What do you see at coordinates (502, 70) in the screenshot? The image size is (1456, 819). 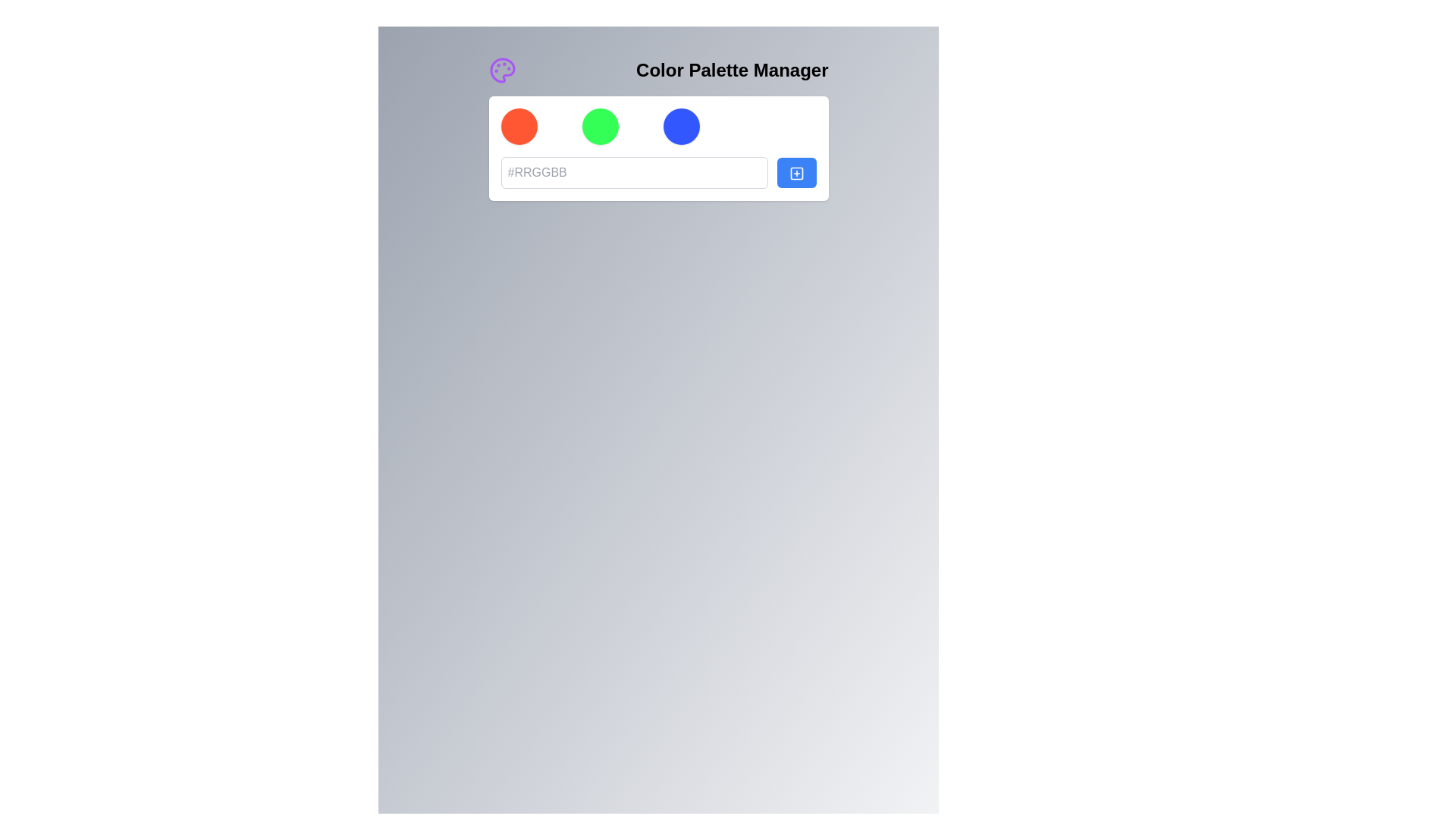 I see `the purple painter's palette icon located to the left of the 'Color Palette Manager' header` at bounding box center [502, 70].